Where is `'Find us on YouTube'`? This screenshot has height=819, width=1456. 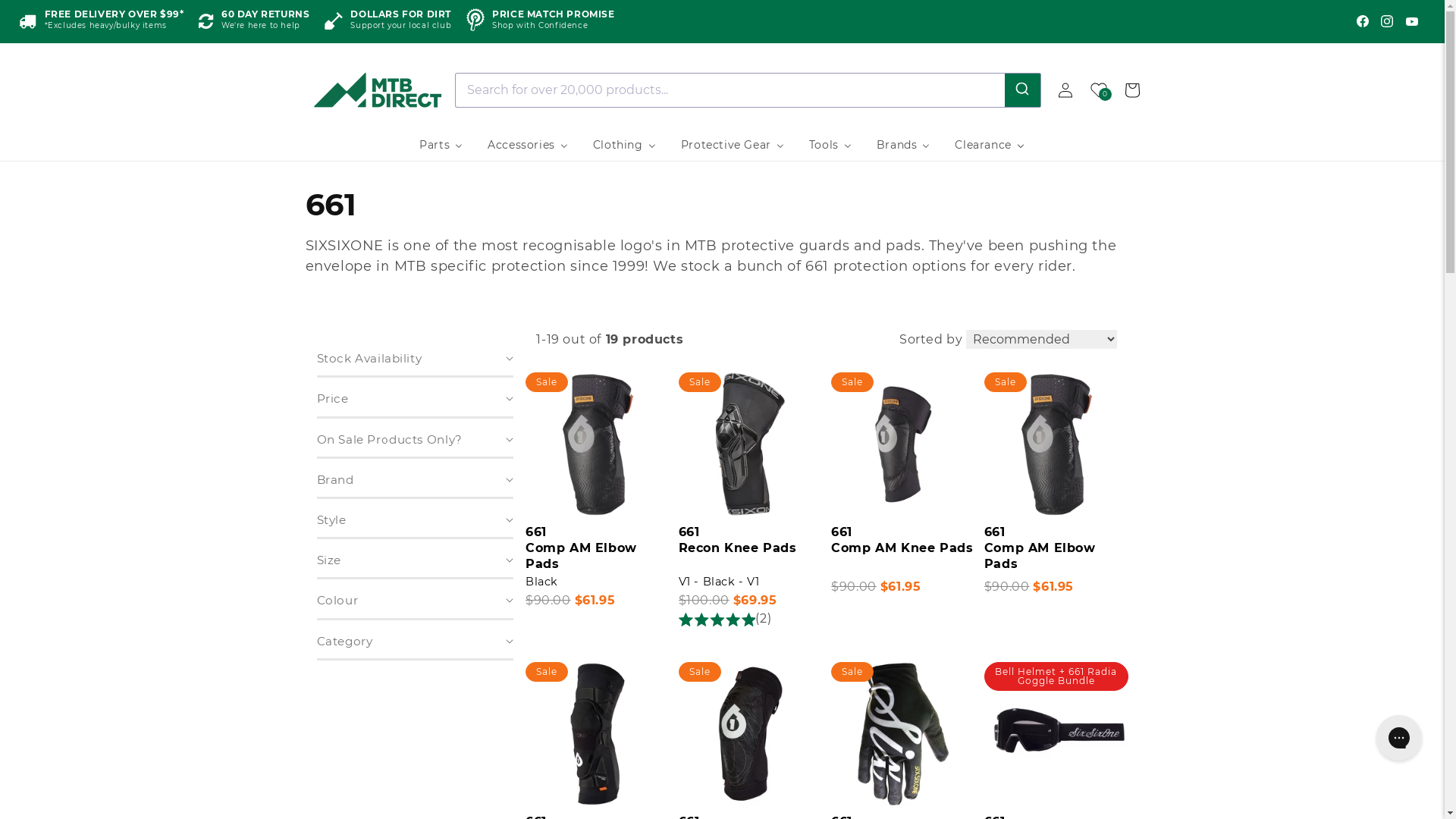
'Find us on YouTube' is located at coordinates (1411, 20).